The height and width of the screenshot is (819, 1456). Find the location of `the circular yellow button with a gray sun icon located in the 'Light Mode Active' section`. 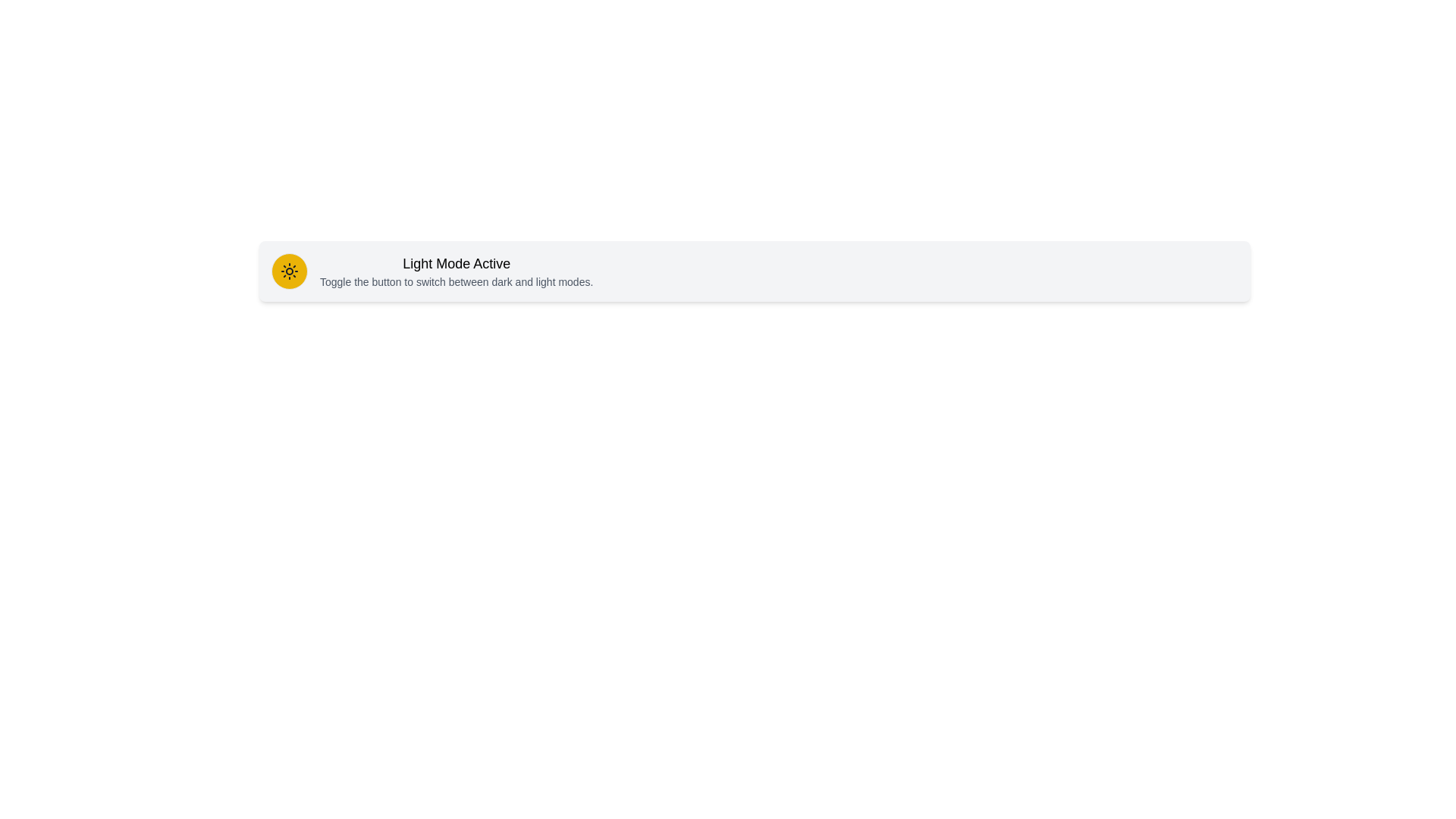

the circular yellow button with a gray sun icon located in the 'Light Mode Active' section is located at coordinates (290, 271).